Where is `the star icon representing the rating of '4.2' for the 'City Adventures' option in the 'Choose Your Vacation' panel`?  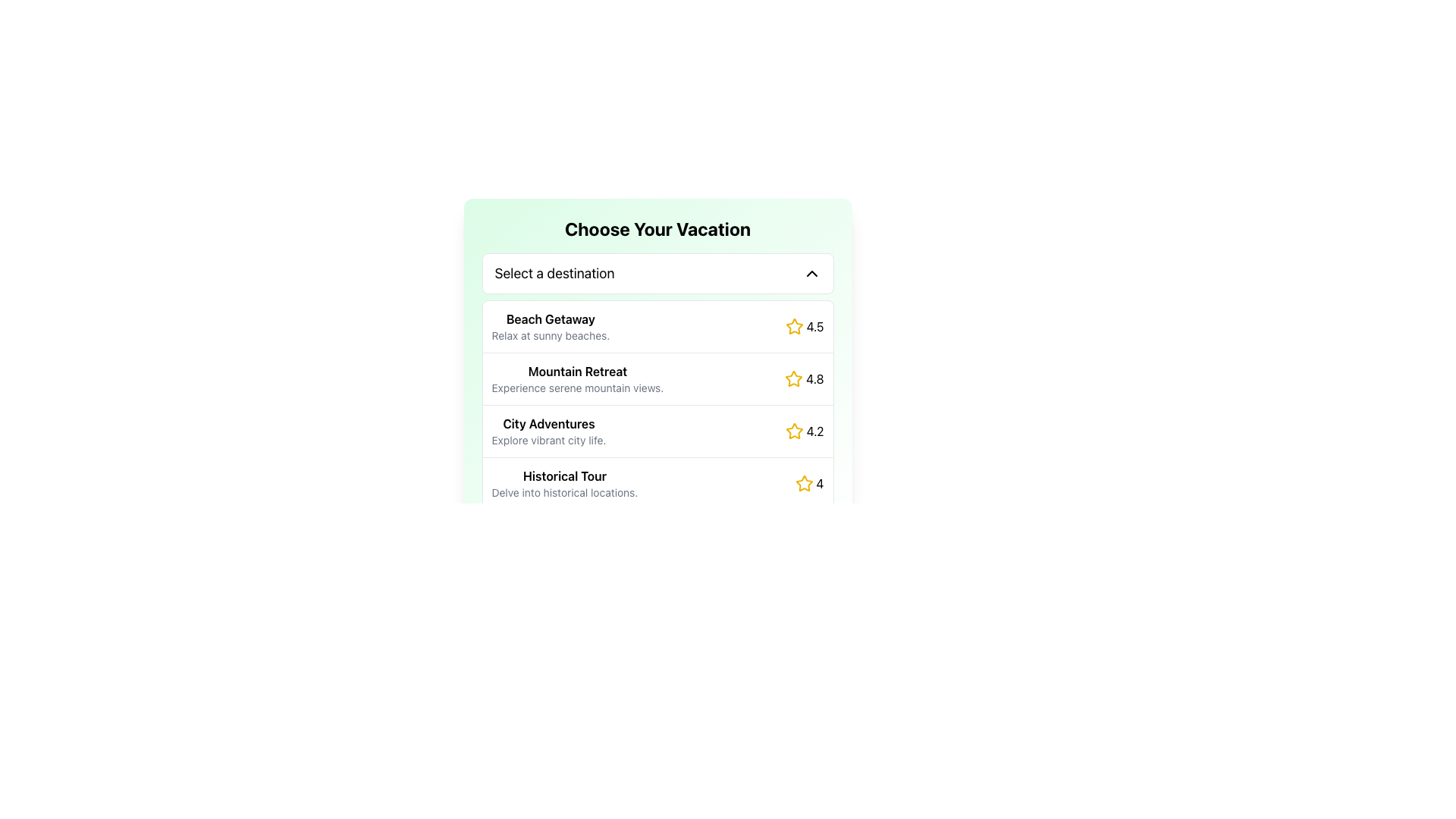 the star icon representing the rating of '4.2' for the 'City Adventures' option in the 'Choose Your Vacation' panel is located at coordinates (793, 431).